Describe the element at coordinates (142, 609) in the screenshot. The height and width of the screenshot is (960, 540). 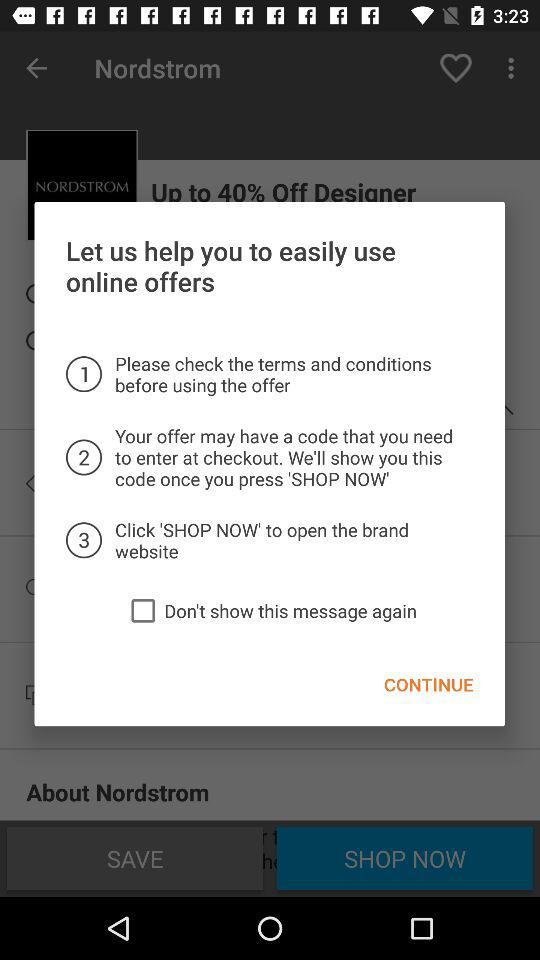
I see `item below click shop now` at that location.